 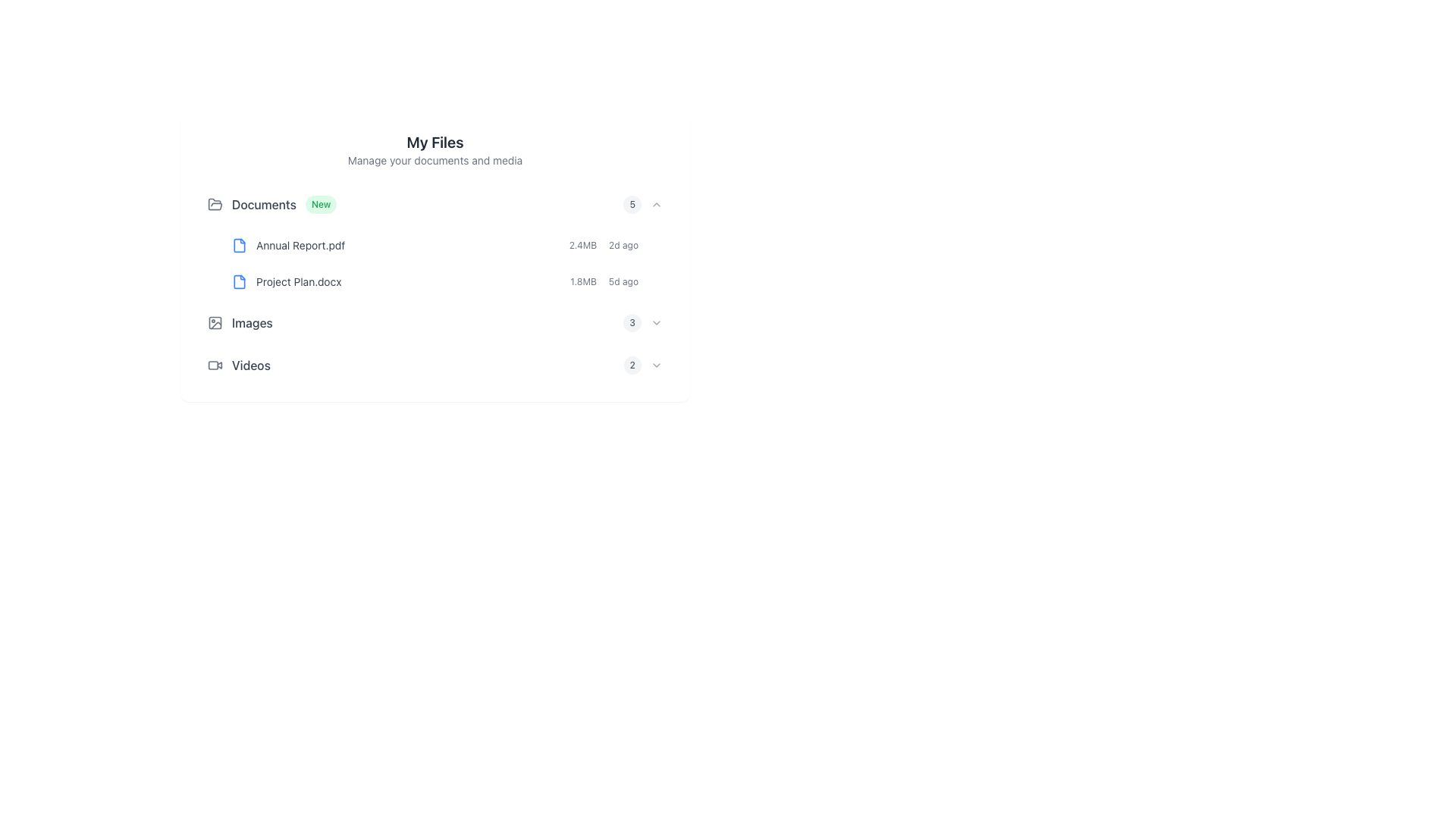 I want to click on the 'Documents' category icon located at the top of the vertical list of categories, which visually represents document-related items, so click(x=214, y=203).